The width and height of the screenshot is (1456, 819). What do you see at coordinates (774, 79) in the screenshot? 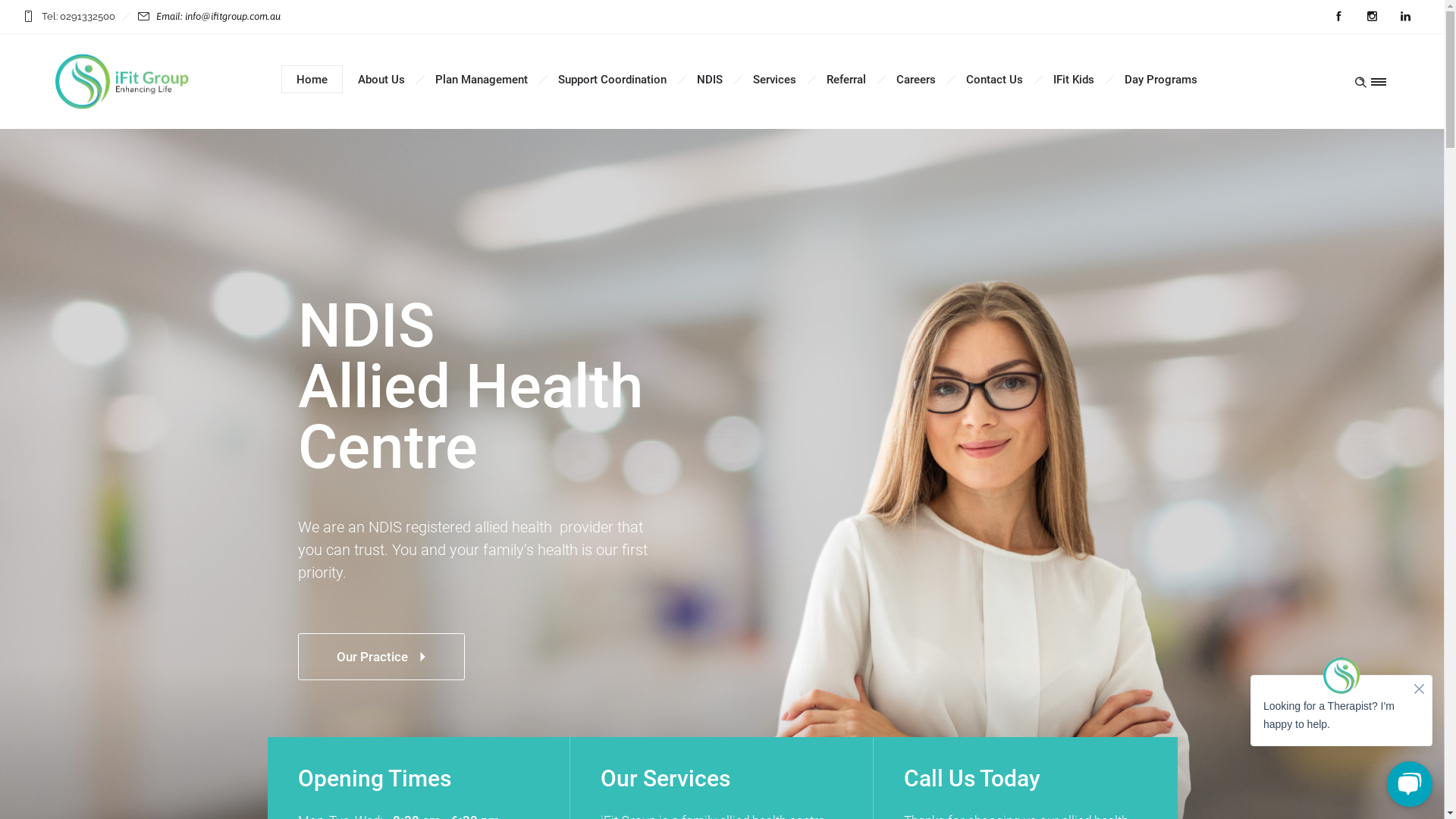
I see `'Services'` at bounding box center [774, 79].